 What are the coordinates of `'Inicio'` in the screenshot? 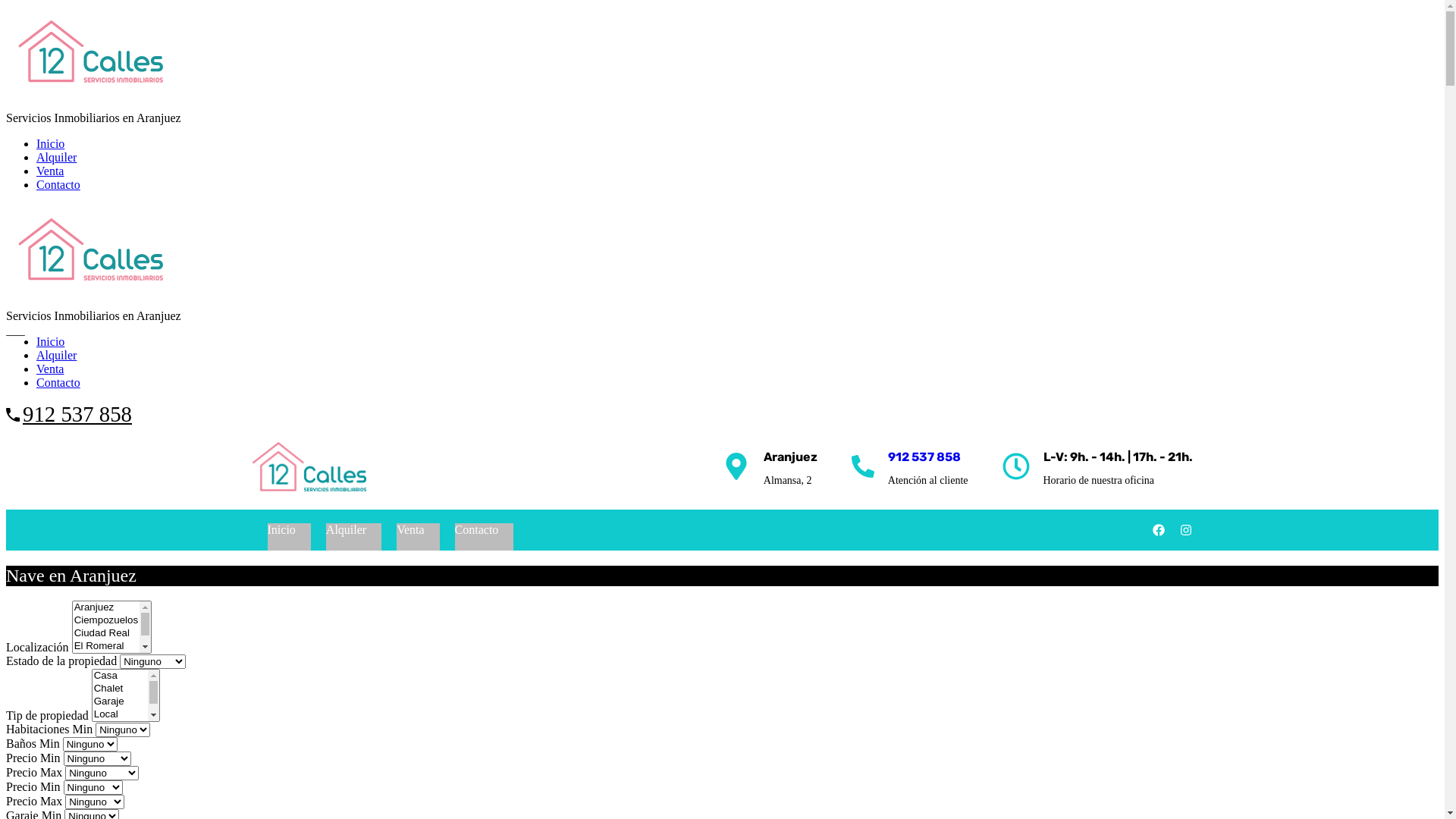 It's located at (36, 143).